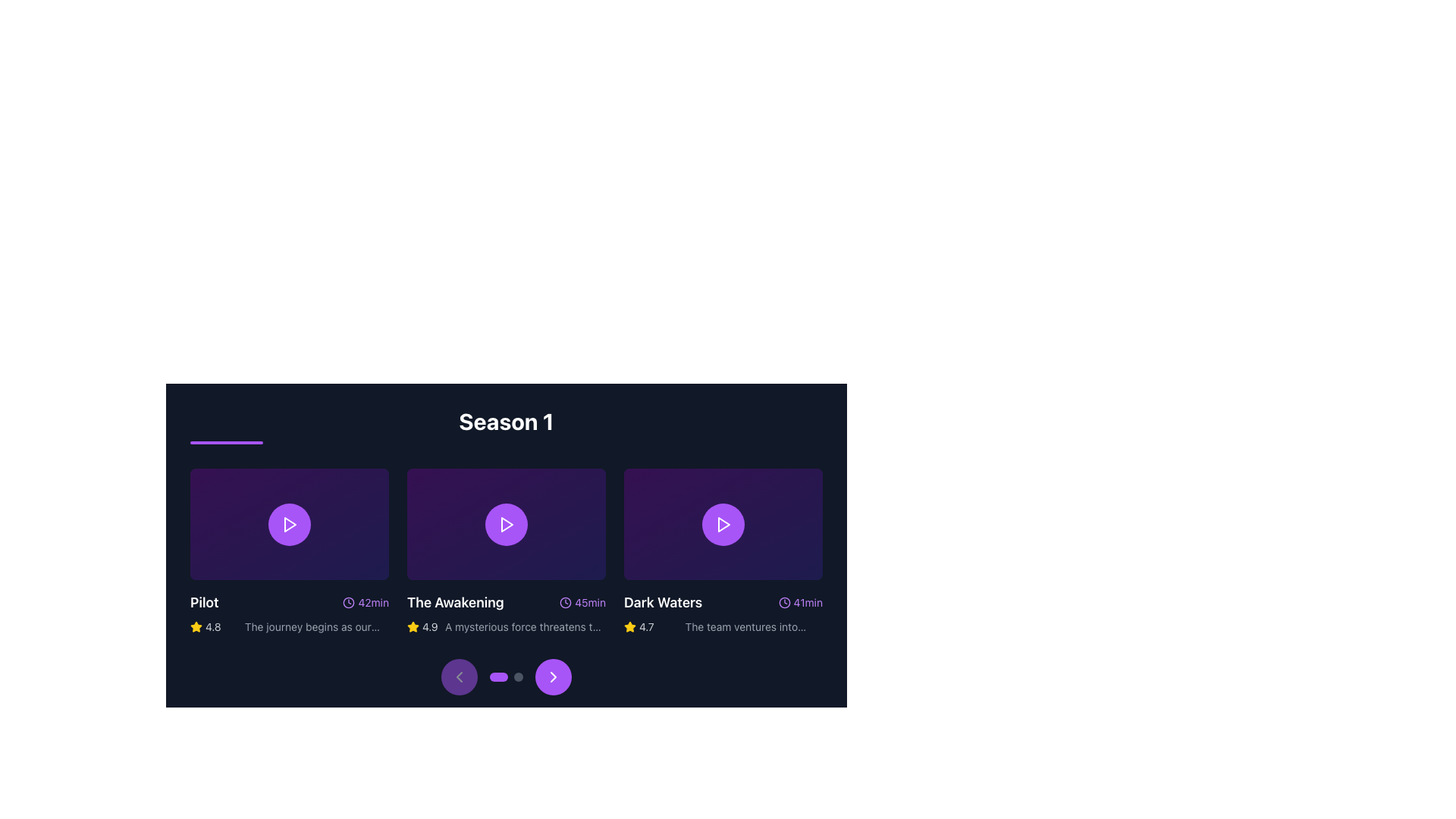 The image size is (1456, 819). What do you see at coordinates (629, 627) in the screenshot?
I see `the star icon indicating the rating of 'The Awakening', positioned below the title in the second column of the card layout` at bounding box center [629, 627].